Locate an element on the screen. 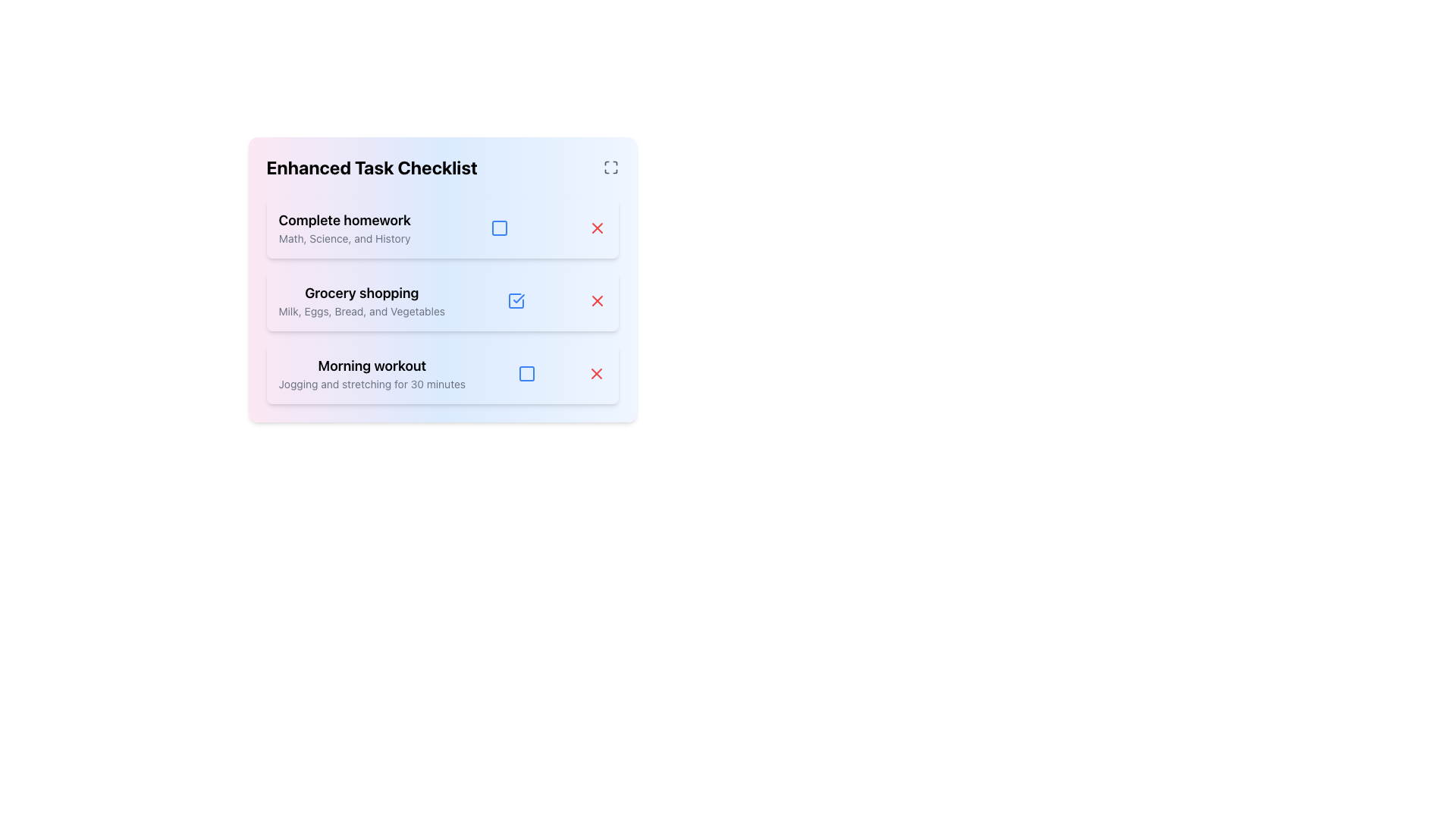  the delete button located to the far right of the 'Morning workout' task item is located at coordinates (596, 374).